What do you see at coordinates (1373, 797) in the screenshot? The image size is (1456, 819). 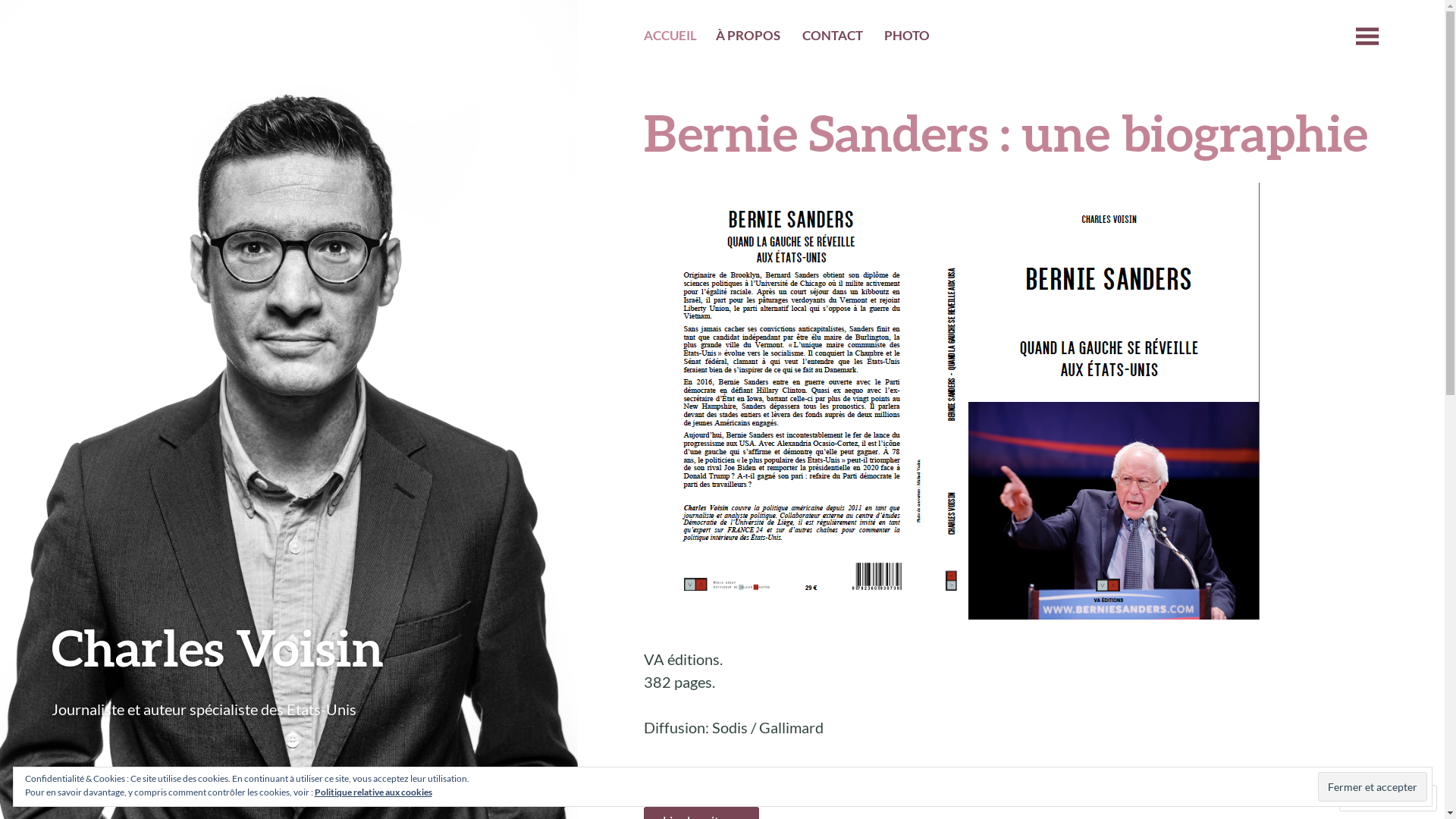 I see `'Suivre'` at bounding box center [1373, 797].